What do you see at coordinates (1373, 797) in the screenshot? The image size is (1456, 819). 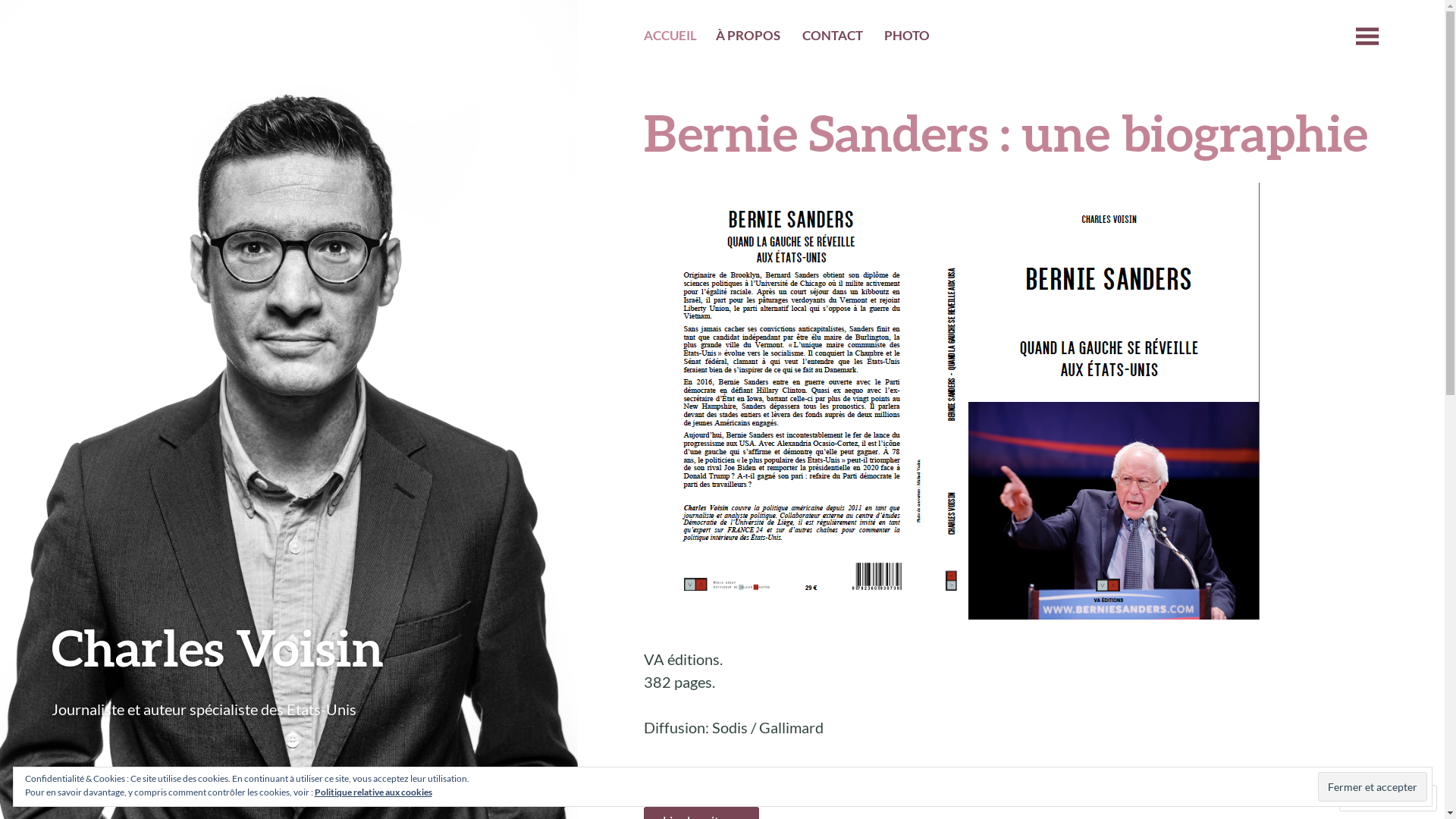 I see `'Suivre'` at bounding box center [1373, 797].